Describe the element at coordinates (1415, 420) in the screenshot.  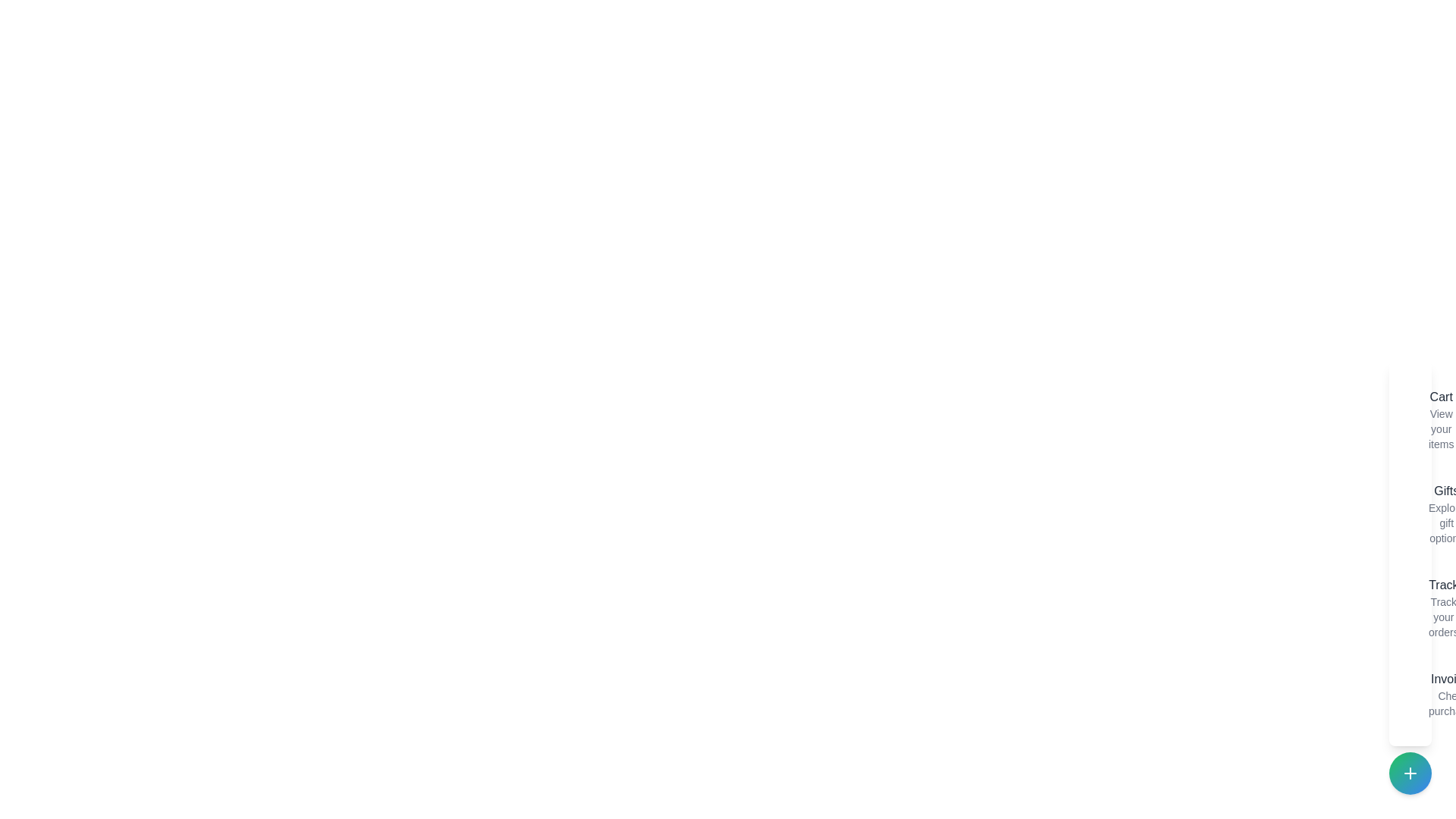
I see `the option Cart from the menu` at that location.